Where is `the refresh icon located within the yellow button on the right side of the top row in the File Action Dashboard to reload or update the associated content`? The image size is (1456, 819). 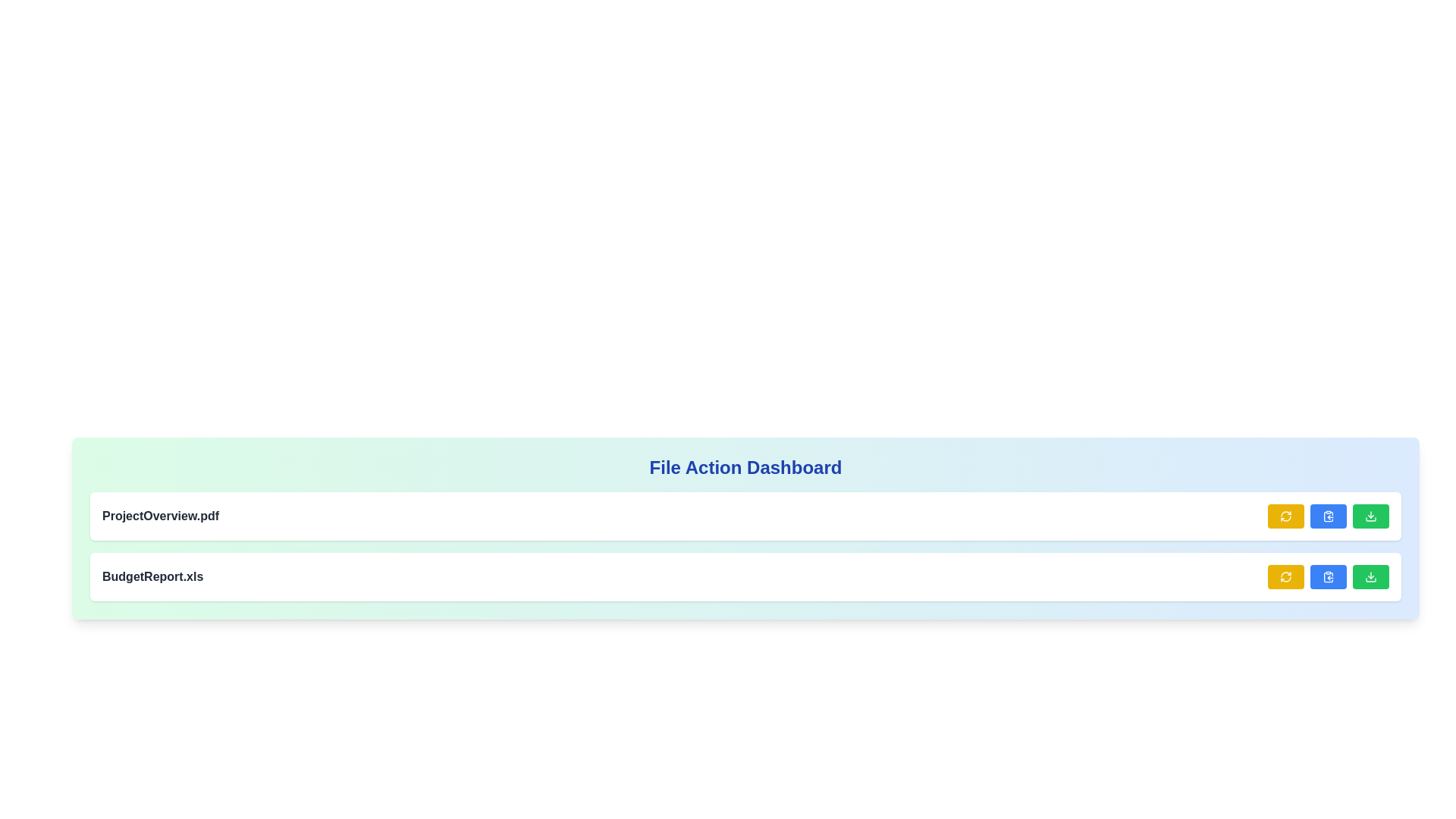
the refresh icon located within the yellow button on the right side of the top row in the File Action Dashboard to reload or update the associated content is located at coordinates (1285, 516).